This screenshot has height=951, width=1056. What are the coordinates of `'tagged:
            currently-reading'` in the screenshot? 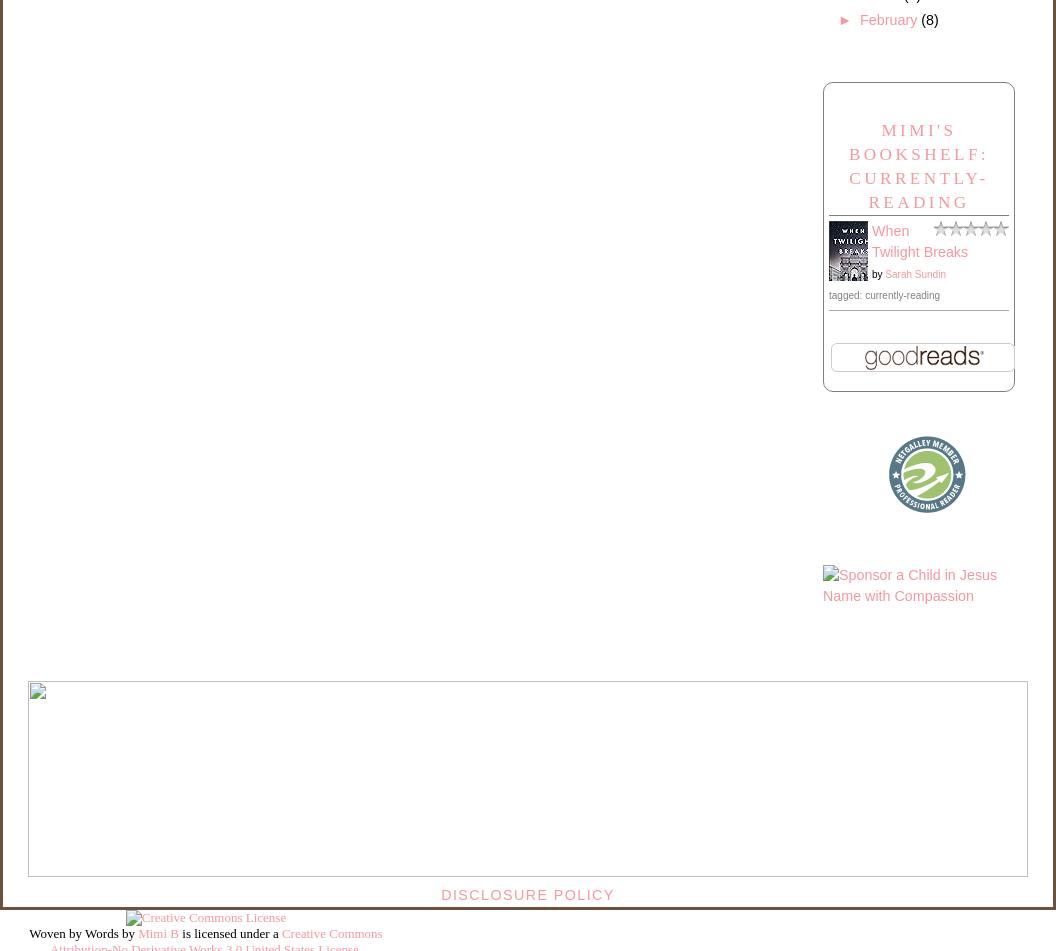 It's located at (883, 295).